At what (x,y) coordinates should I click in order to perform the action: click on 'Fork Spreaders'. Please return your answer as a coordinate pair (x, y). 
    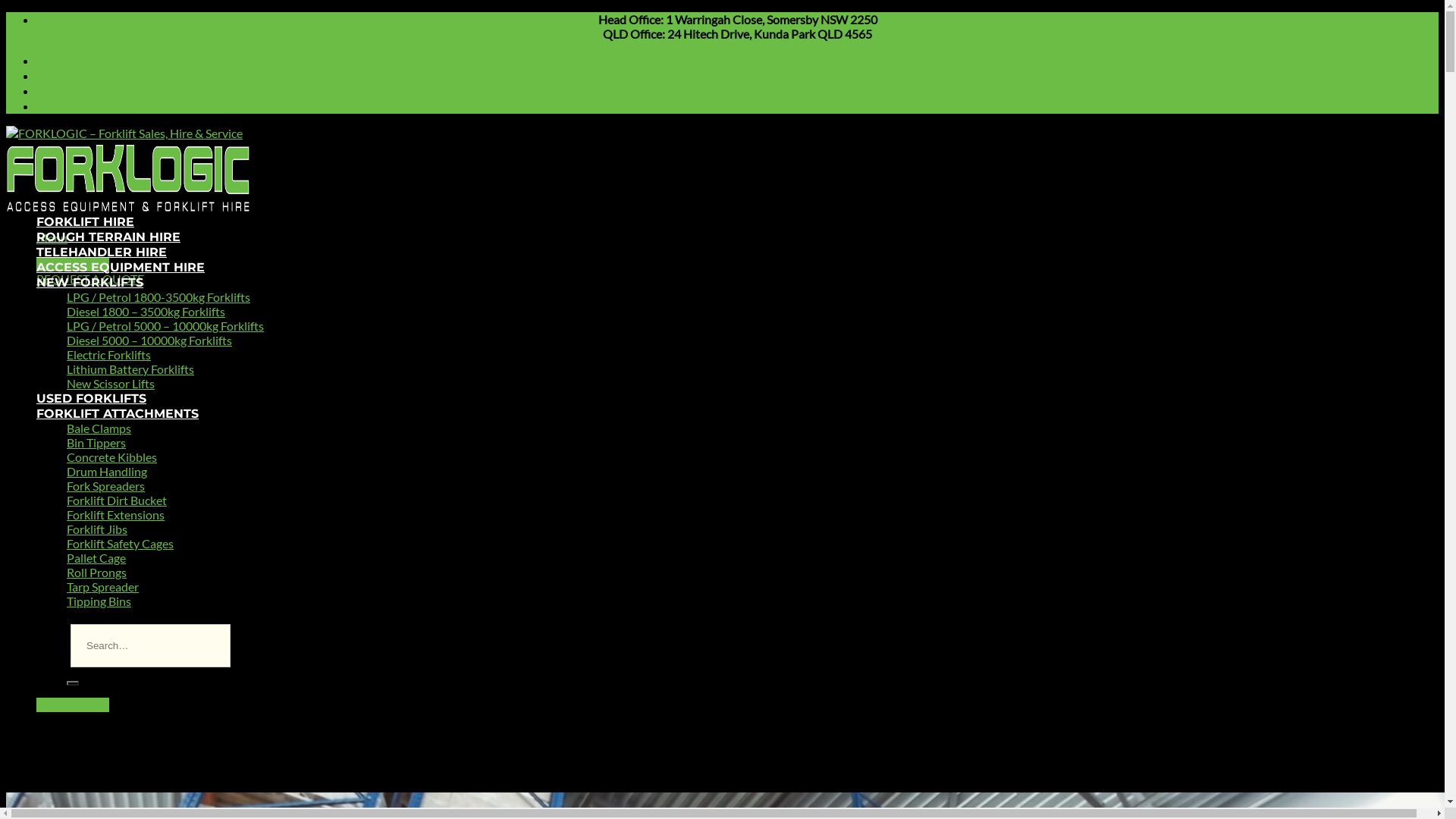
    Looking at the image, I should click on (105, 485).